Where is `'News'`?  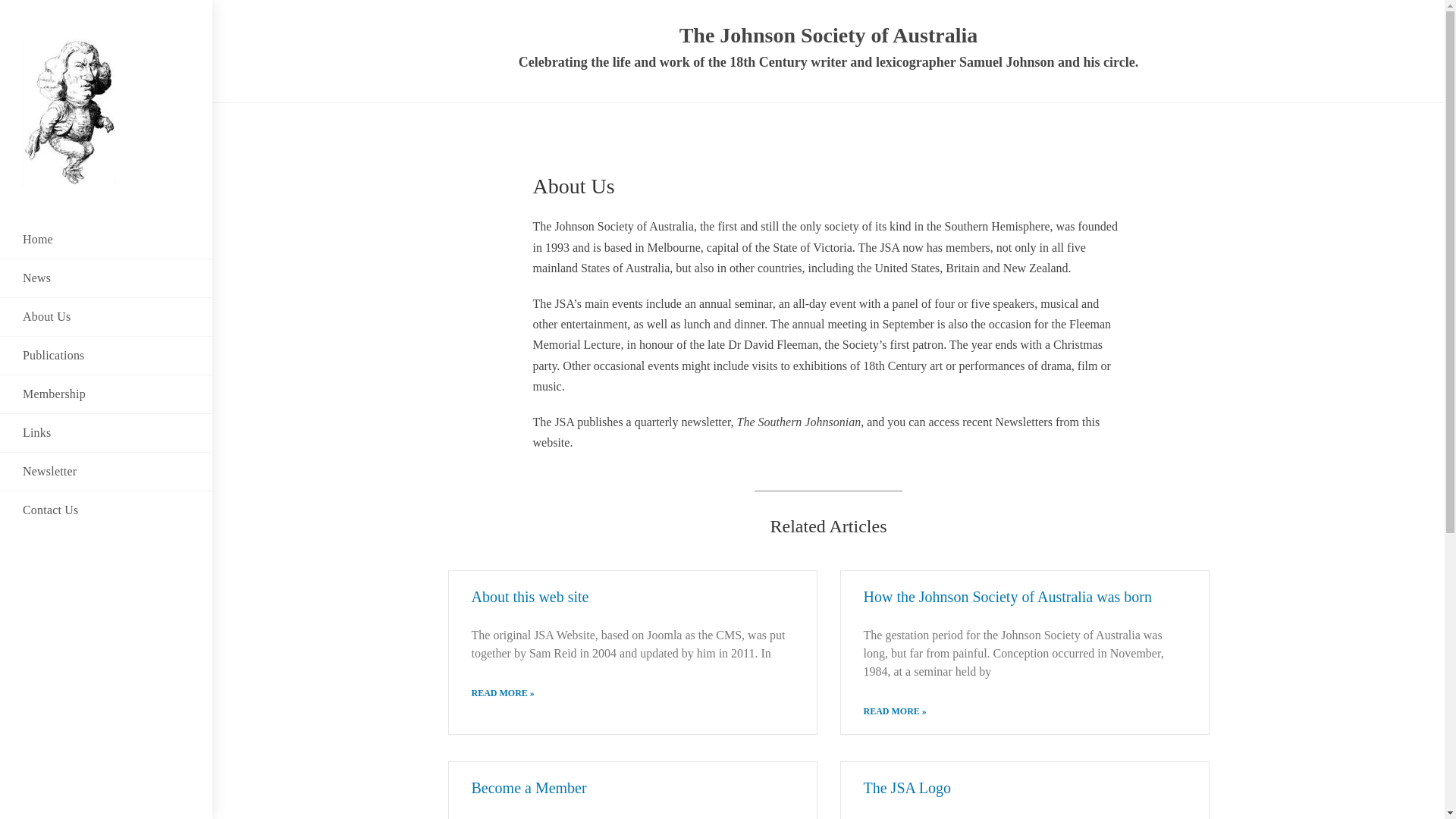
'News' is located at coordinates (105, 278).